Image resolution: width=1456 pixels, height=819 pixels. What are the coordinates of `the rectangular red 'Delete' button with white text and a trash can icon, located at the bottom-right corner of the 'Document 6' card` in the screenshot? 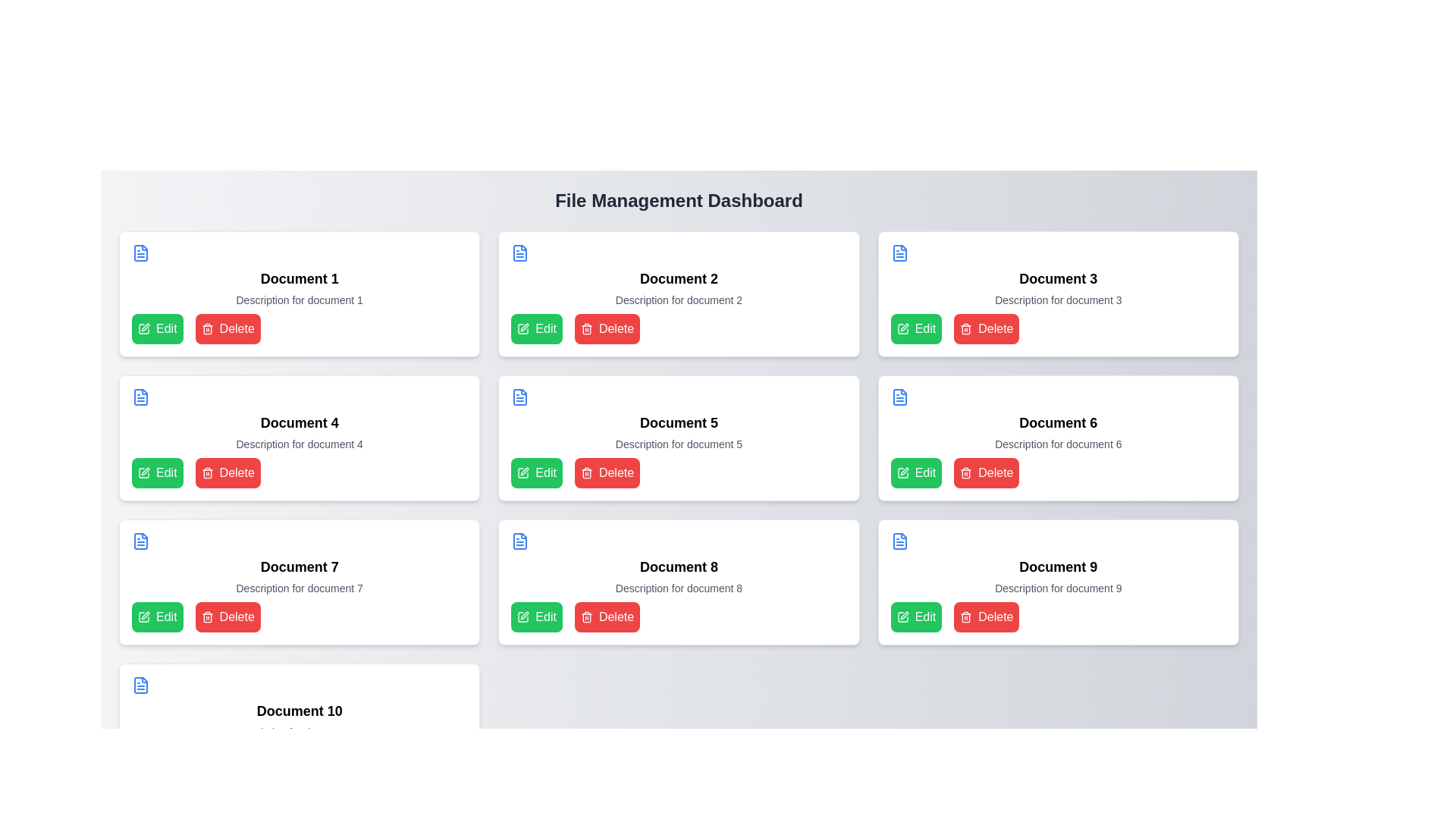 It's located at (987, 472).